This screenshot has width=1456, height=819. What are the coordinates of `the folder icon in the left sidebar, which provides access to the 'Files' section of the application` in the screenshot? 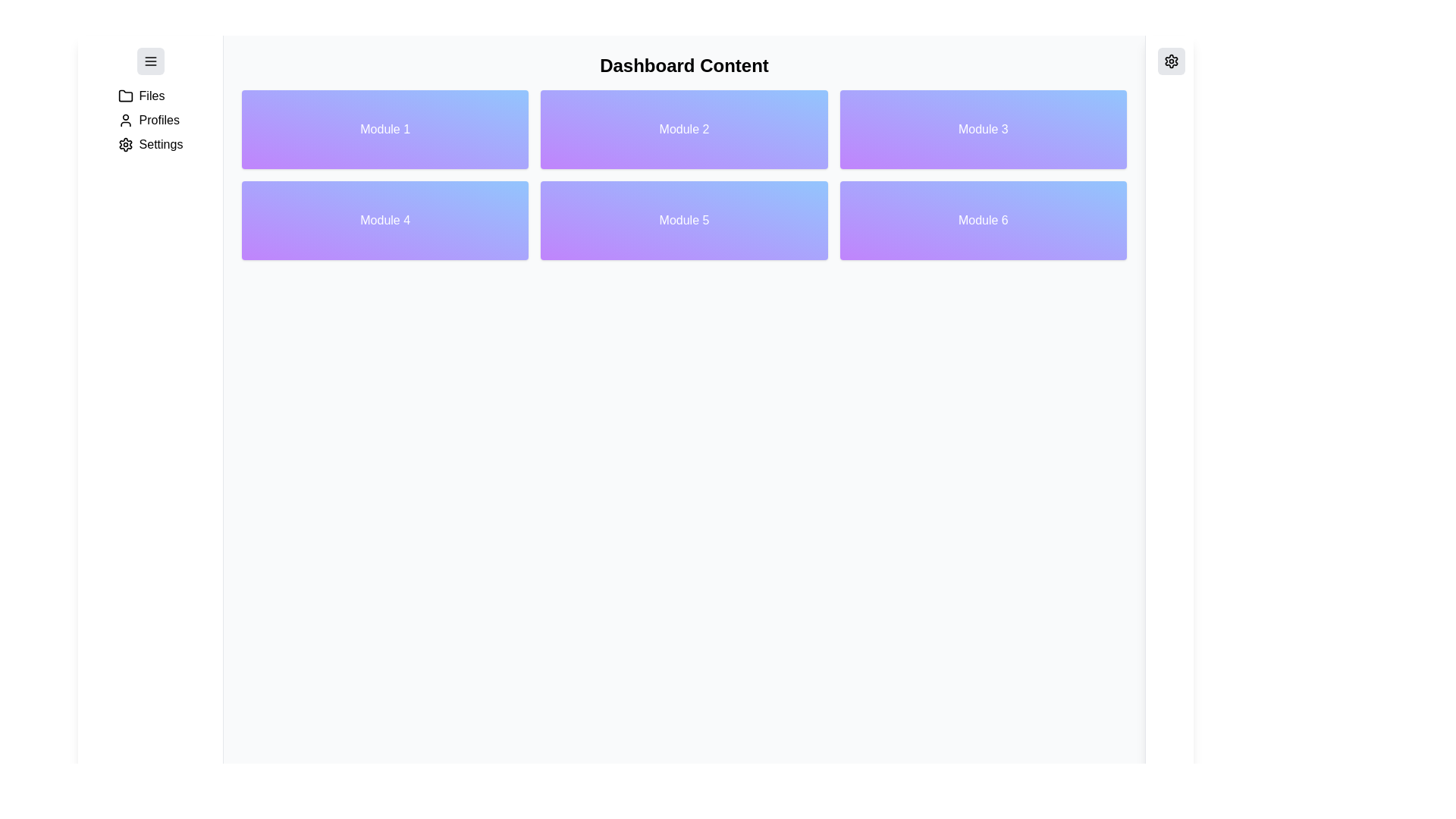 It's located at (125, 96).